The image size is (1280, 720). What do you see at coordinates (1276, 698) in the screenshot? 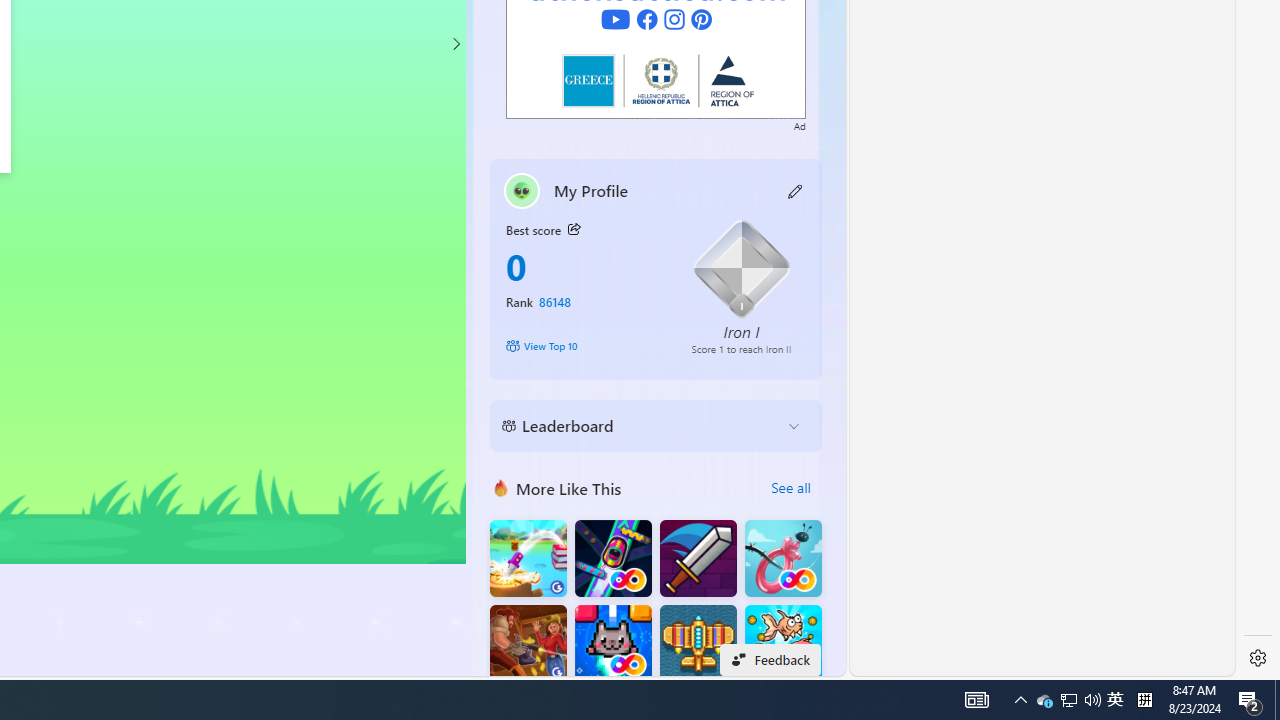
I see `'Show desktop'` at bounding box center [1276, 698].